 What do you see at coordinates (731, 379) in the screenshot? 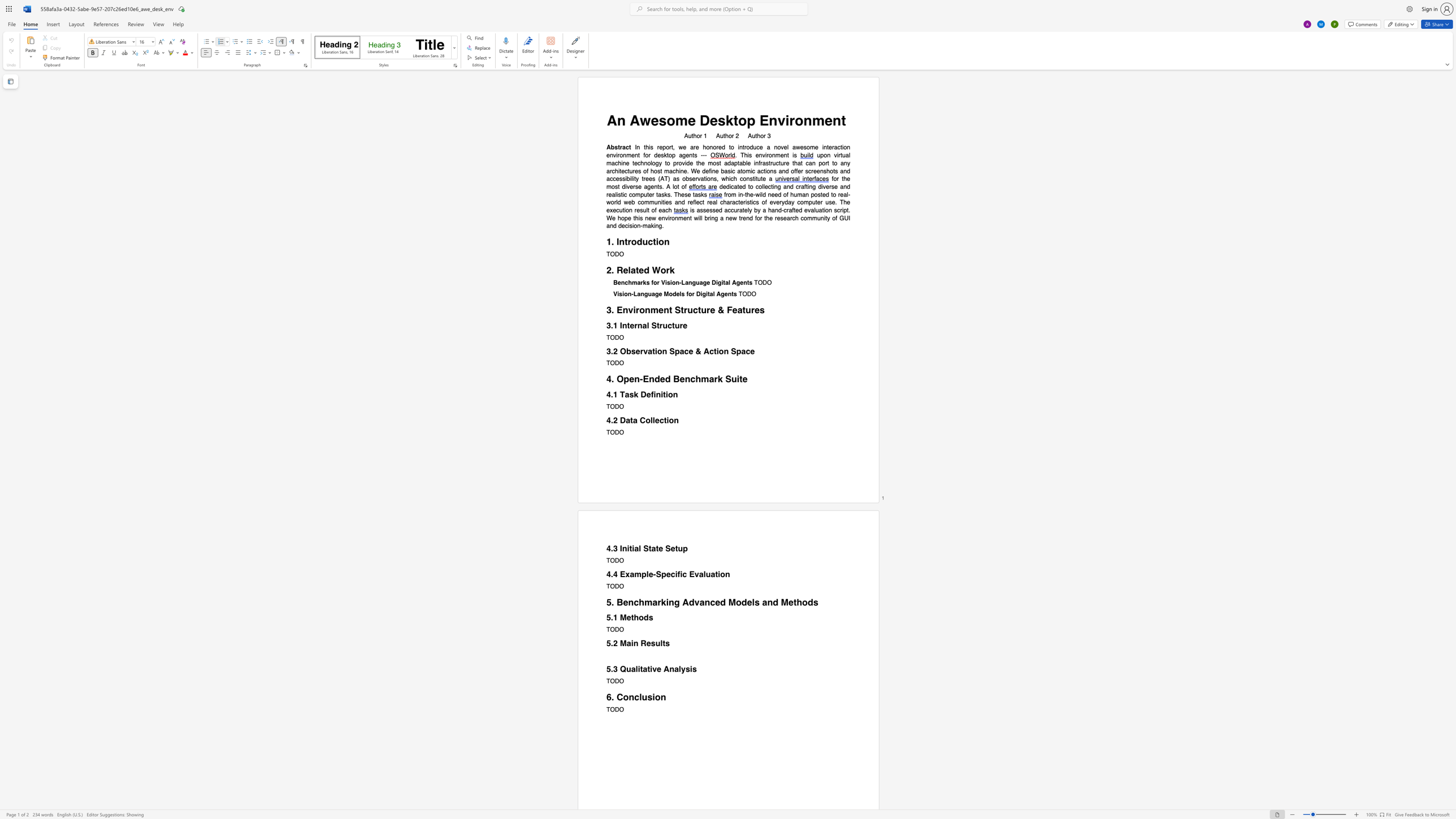
I see `the space between the continuous character "S" and "u" in the text` at bounding box center [731, 379].